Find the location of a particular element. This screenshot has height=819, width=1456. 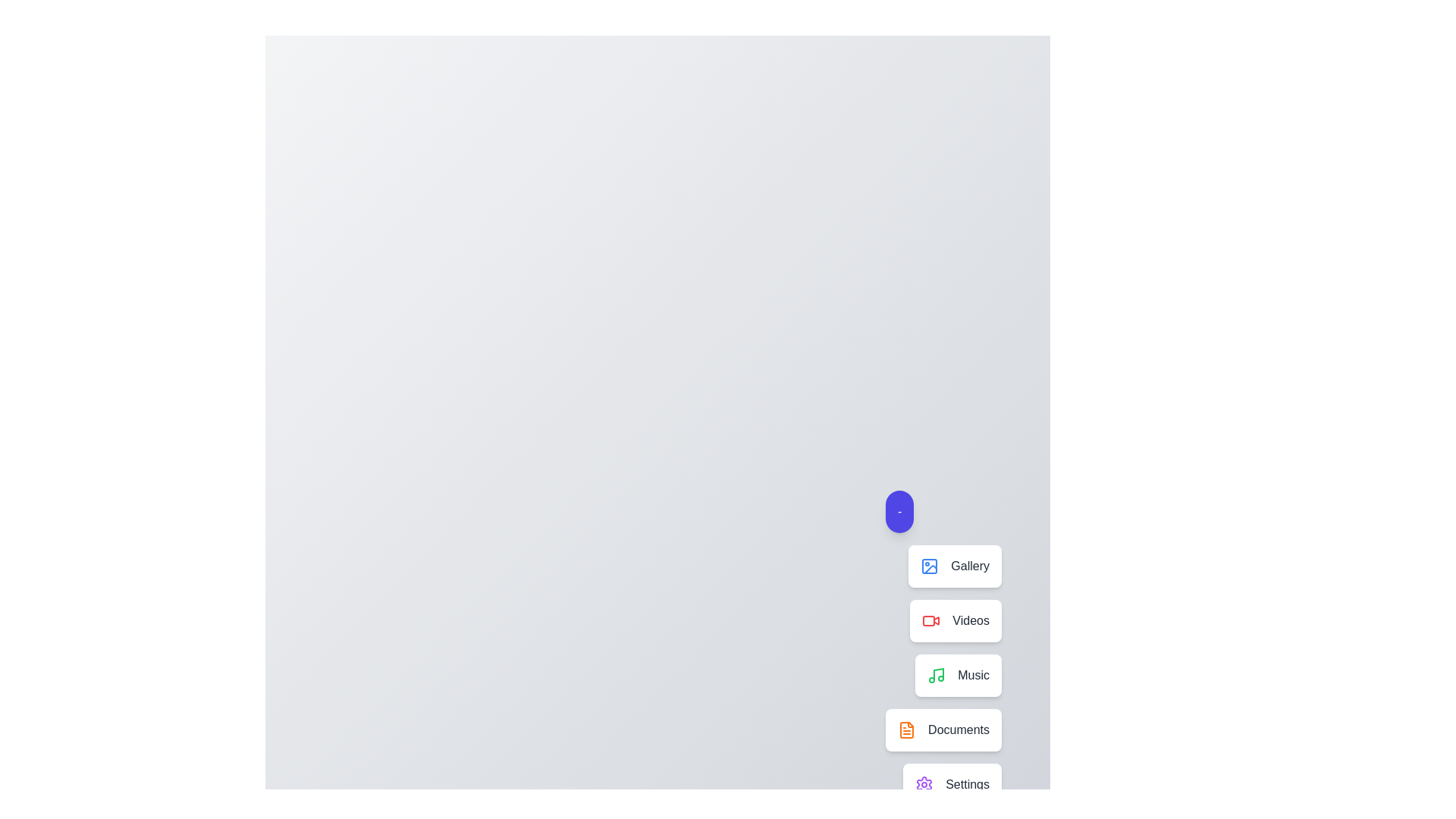

the Documents in the speed dial menu is located at coordinates (943, 730).